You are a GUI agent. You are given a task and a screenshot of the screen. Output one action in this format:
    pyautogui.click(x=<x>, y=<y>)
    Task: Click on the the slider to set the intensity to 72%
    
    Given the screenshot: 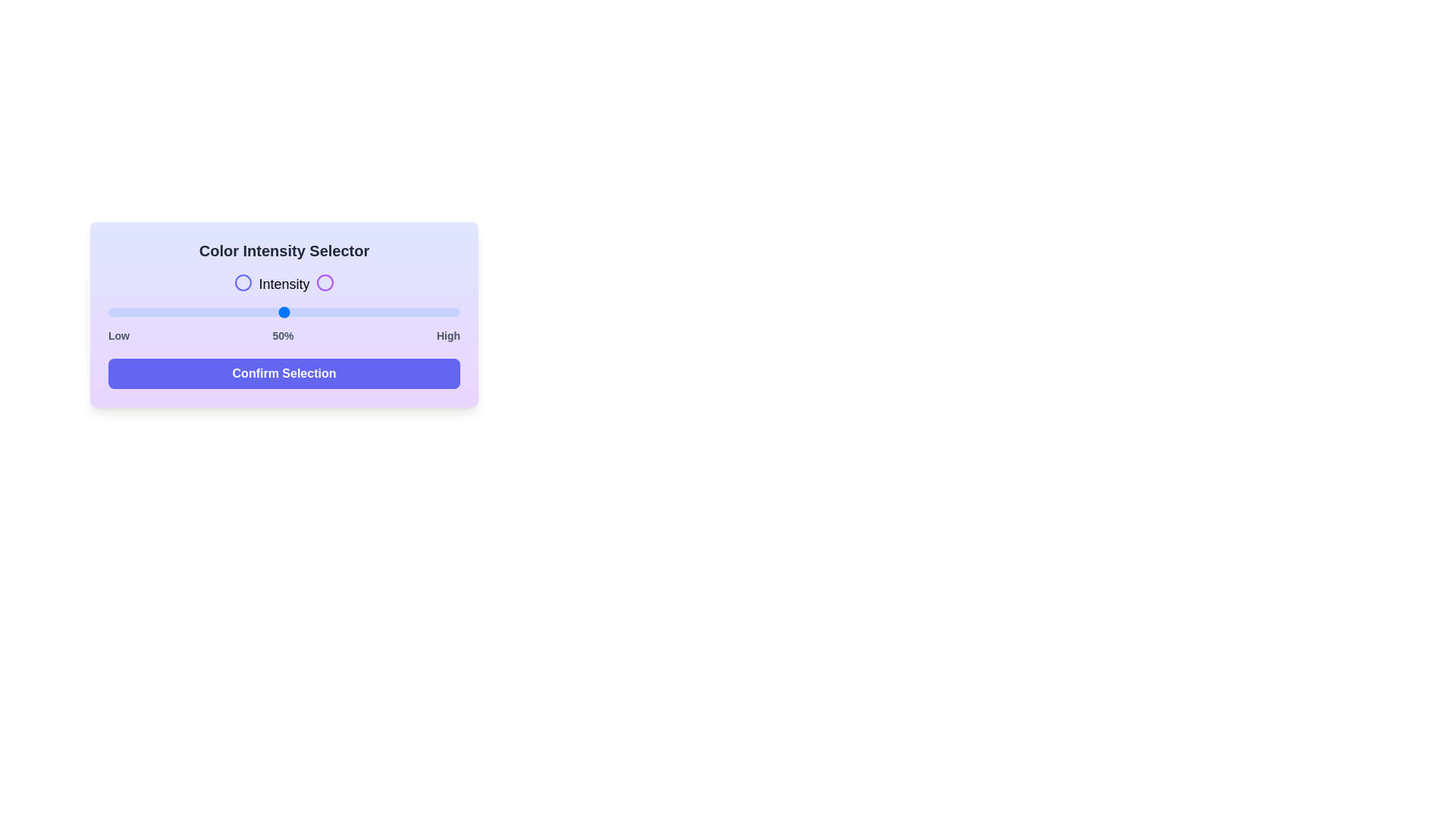 What is the action you would take?
    pyautogui.click(x=361, y=312)
    